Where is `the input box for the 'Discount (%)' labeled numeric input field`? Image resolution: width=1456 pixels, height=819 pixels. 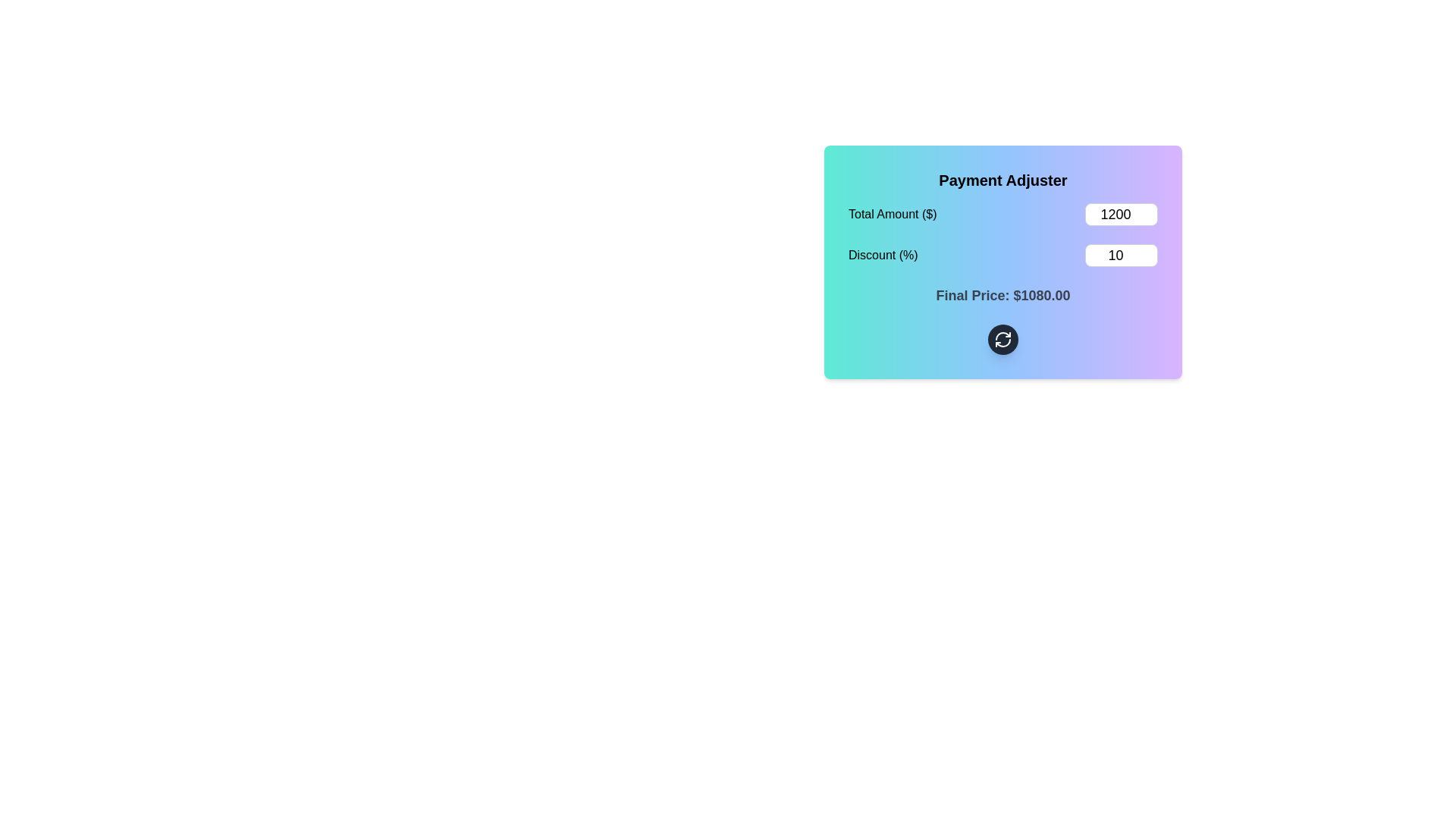
the input box for the 'Discount (%)' labeled numeric input field is located at coordinates (1003, 254).